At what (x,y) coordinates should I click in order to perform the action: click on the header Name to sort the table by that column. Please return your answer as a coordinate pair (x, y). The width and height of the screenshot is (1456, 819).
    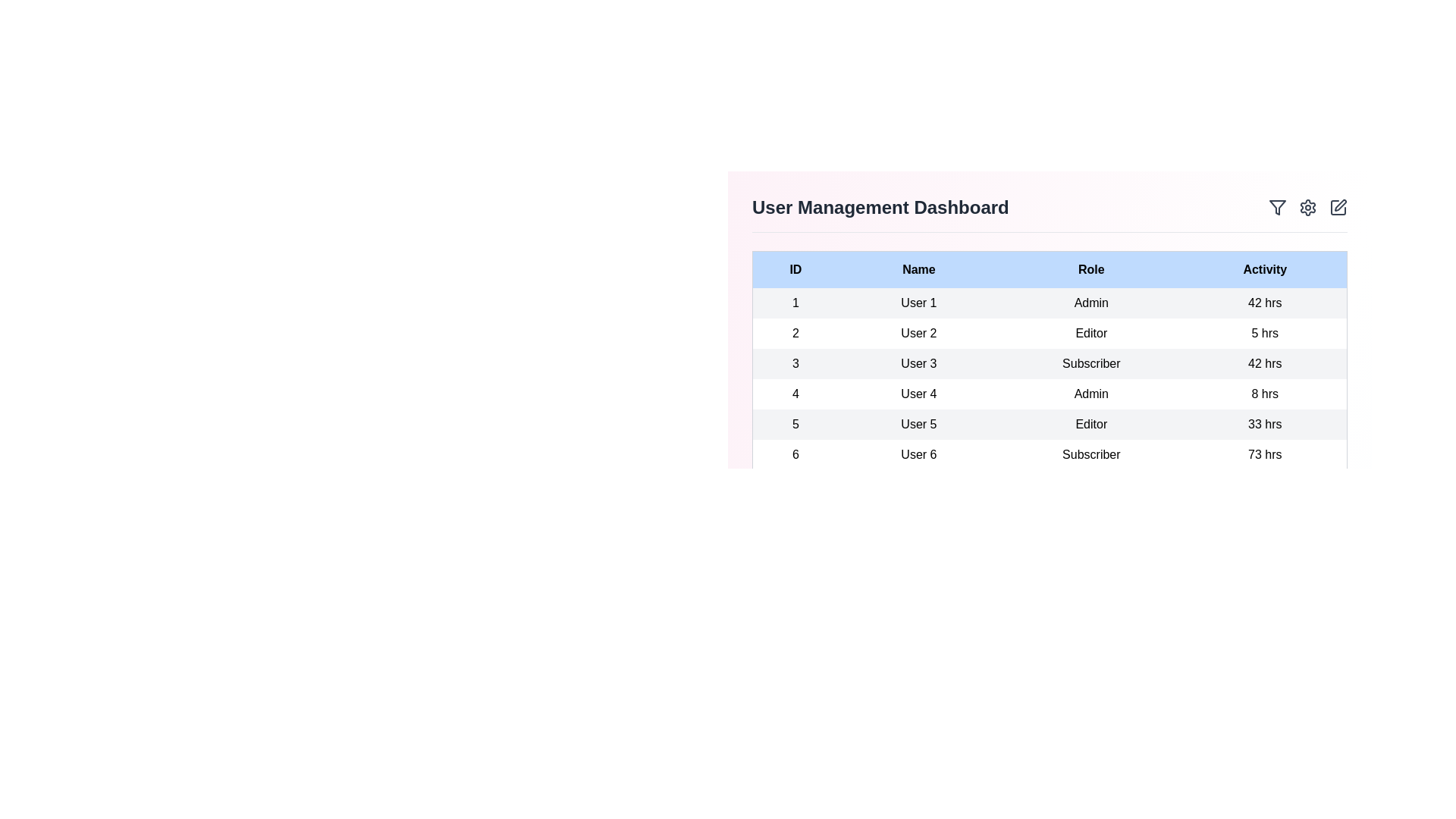
    Looking at the image, I should click on (918, 268).